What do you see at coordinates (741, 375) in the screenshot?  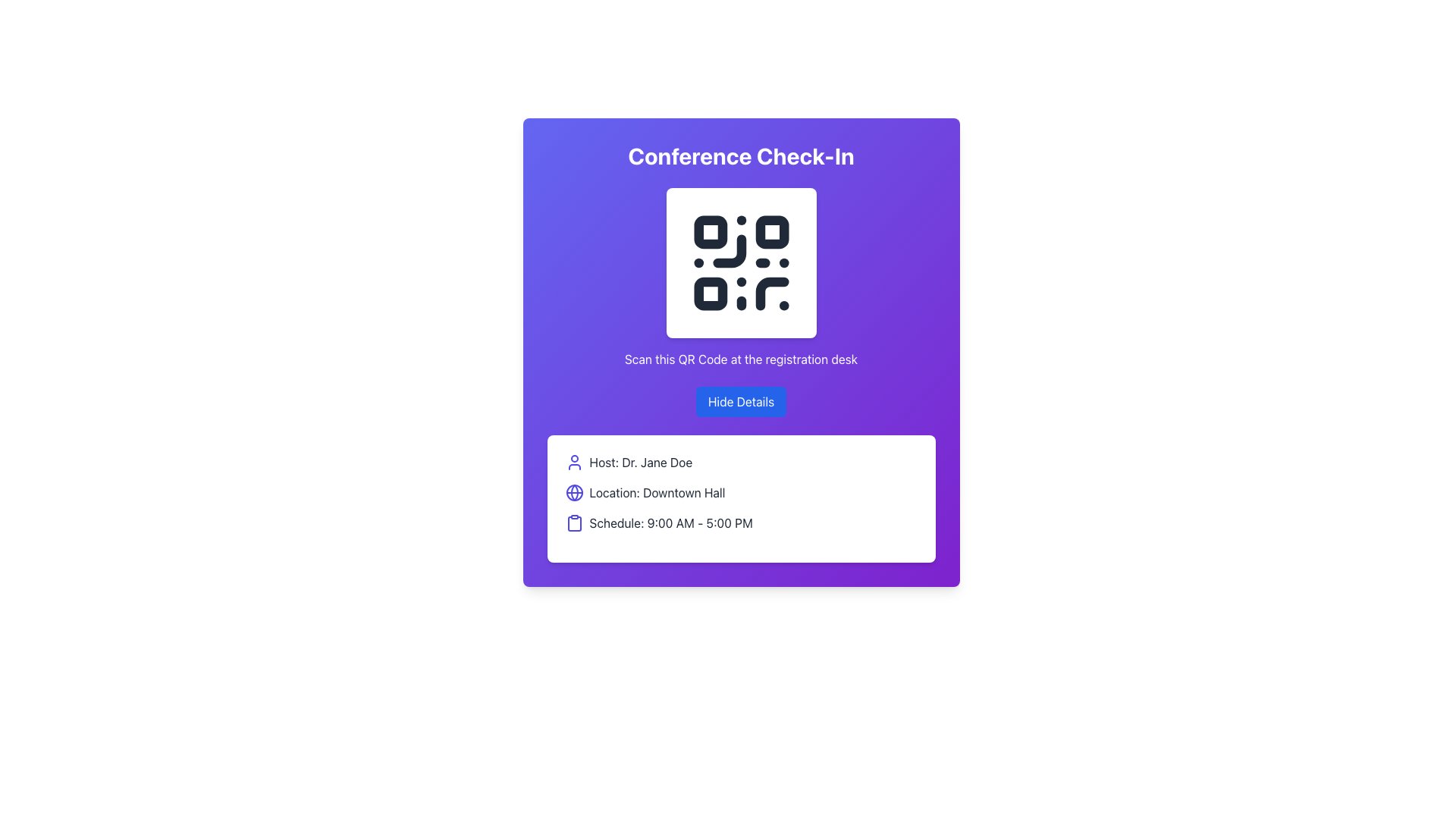 I see `the 'Hide Details' button located in the middle segment of the 'Conference Check-In' card section, which contains a QR code` at bounding box center [741, 375].